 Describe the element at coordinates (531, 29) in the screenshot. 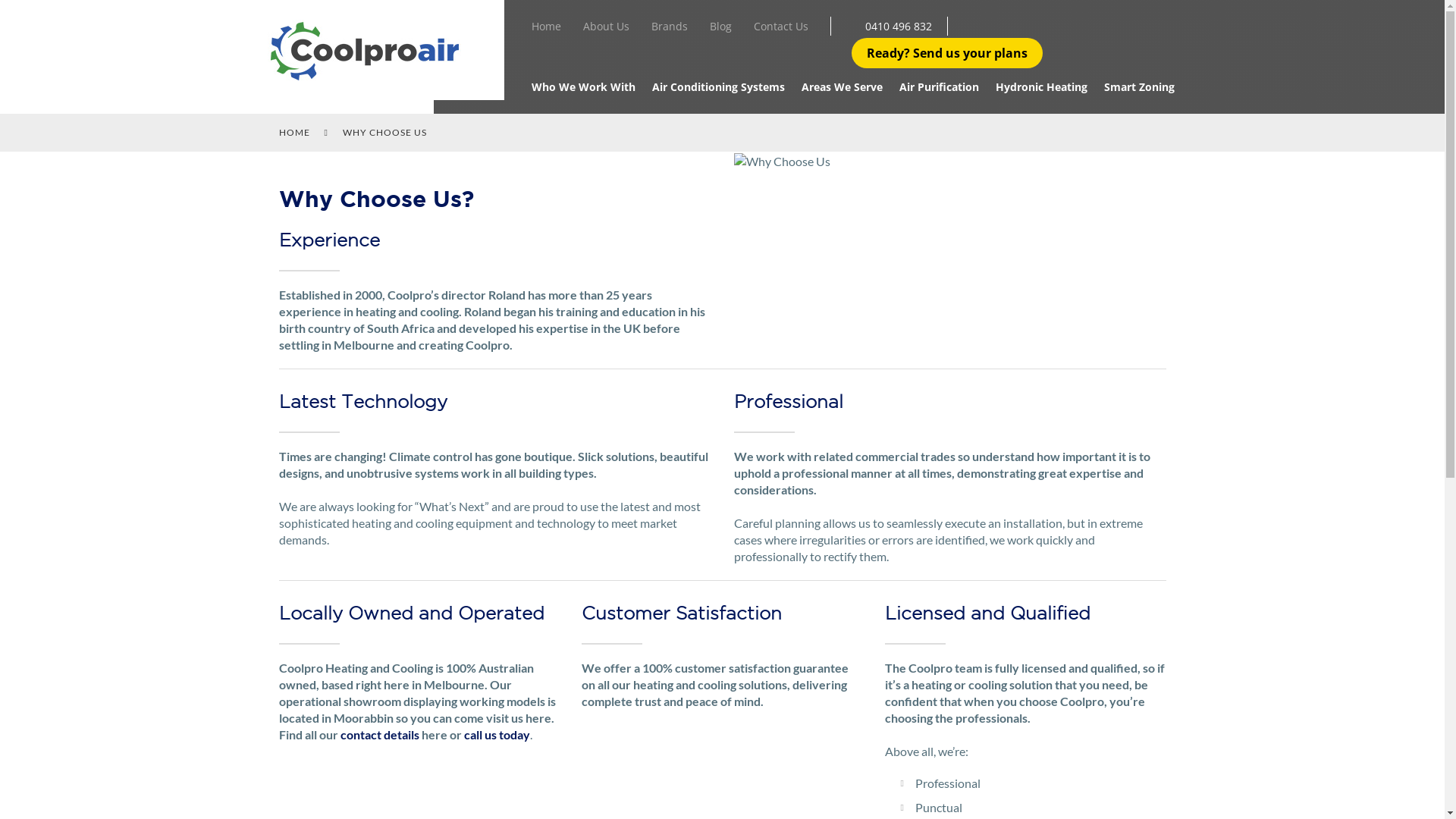

I see `'Home'` at that location.